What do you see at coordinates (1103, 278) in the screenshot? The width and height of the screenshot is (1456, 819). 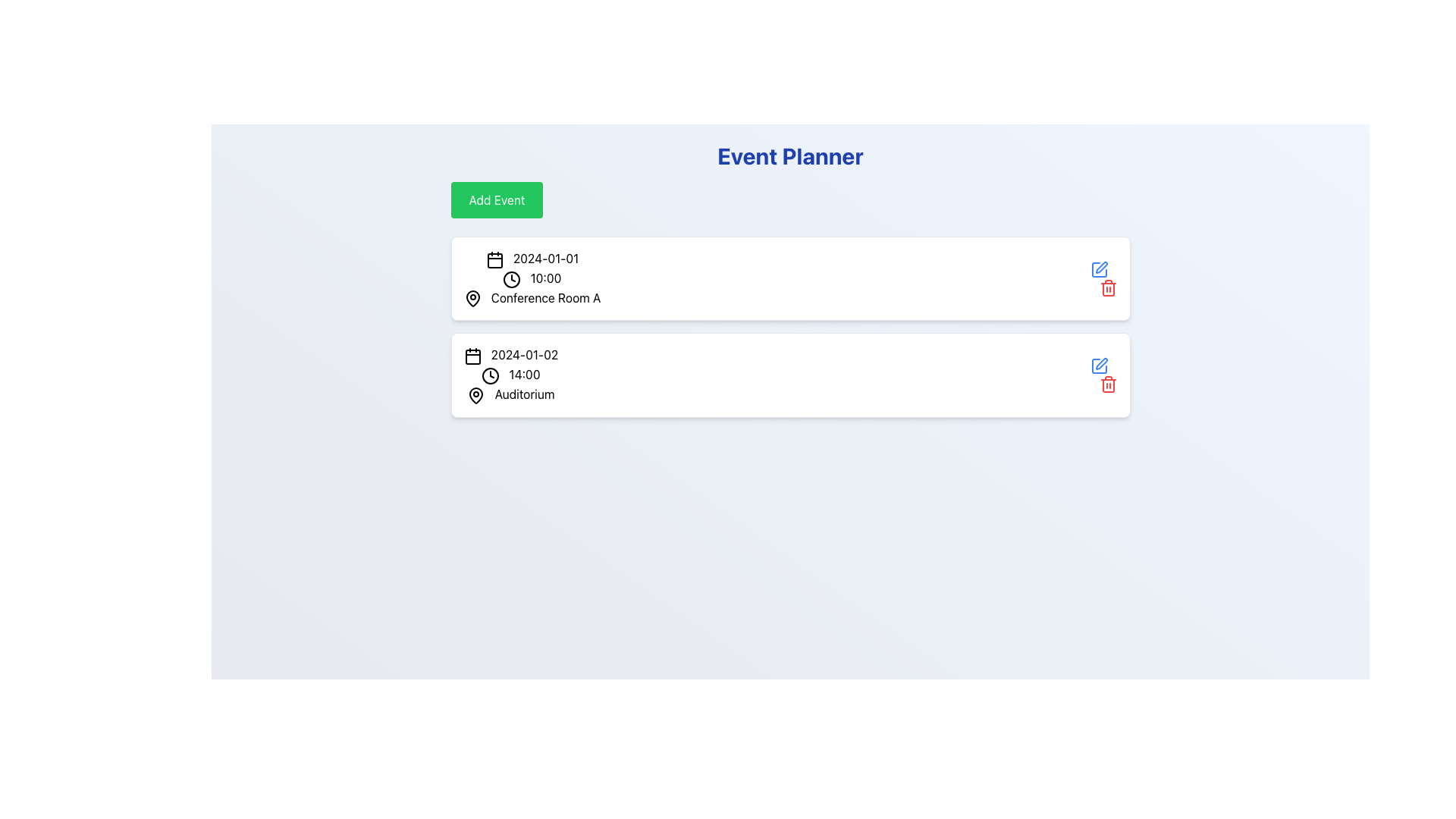 I see `the small blue pen icon button located in the upper right corner of the white rounded rectangle containing the text '2024-01-01 10:00 Conference Room A' to initiate the editing interface` at bounding box center [1103, 278].